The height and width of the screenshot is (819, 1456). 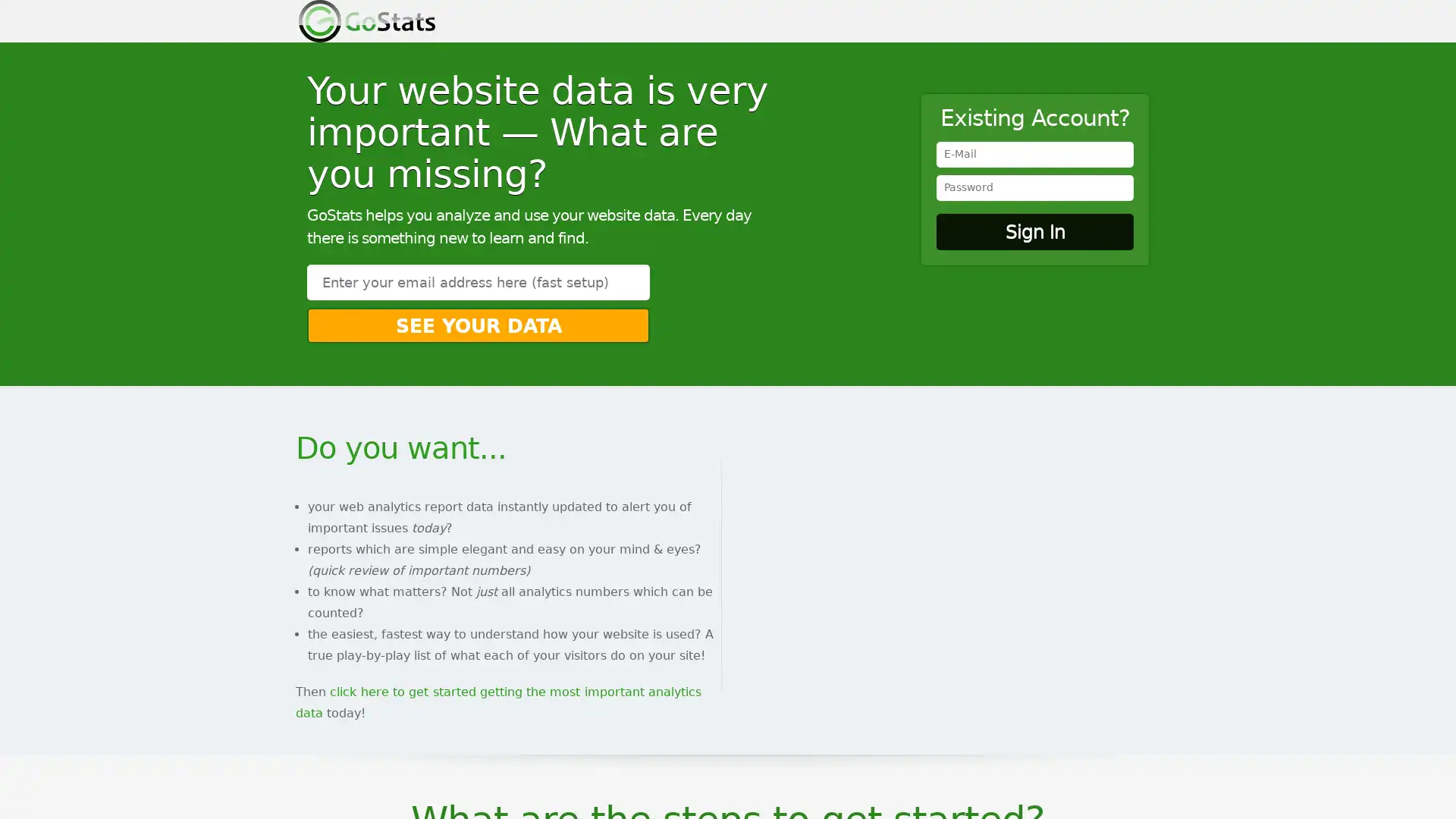 I want to click on See Your Data, so click(x=477, y=325).